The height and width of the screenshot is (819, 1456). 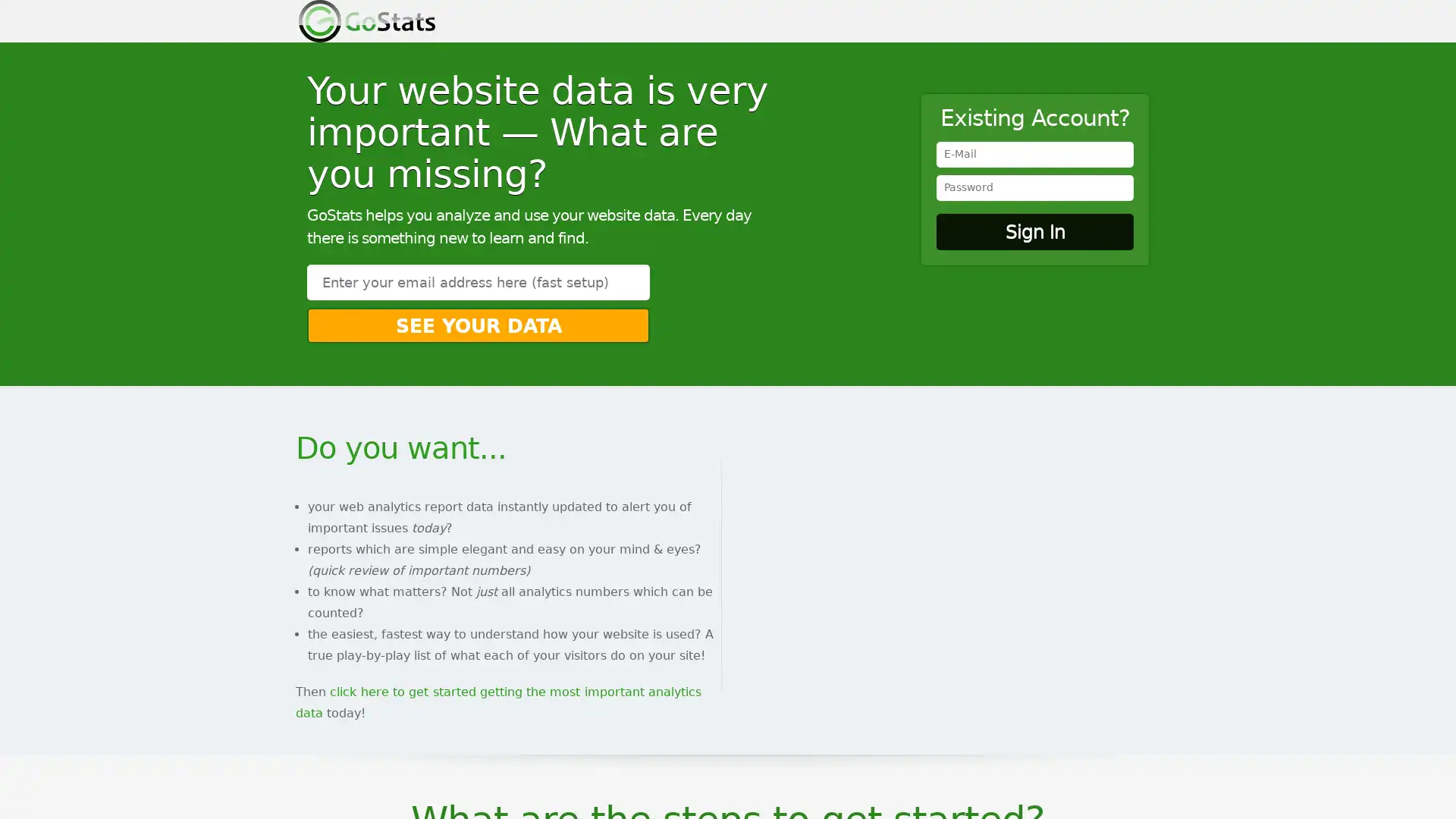 I want to click on See Your Data, so click(x=477, y=325).